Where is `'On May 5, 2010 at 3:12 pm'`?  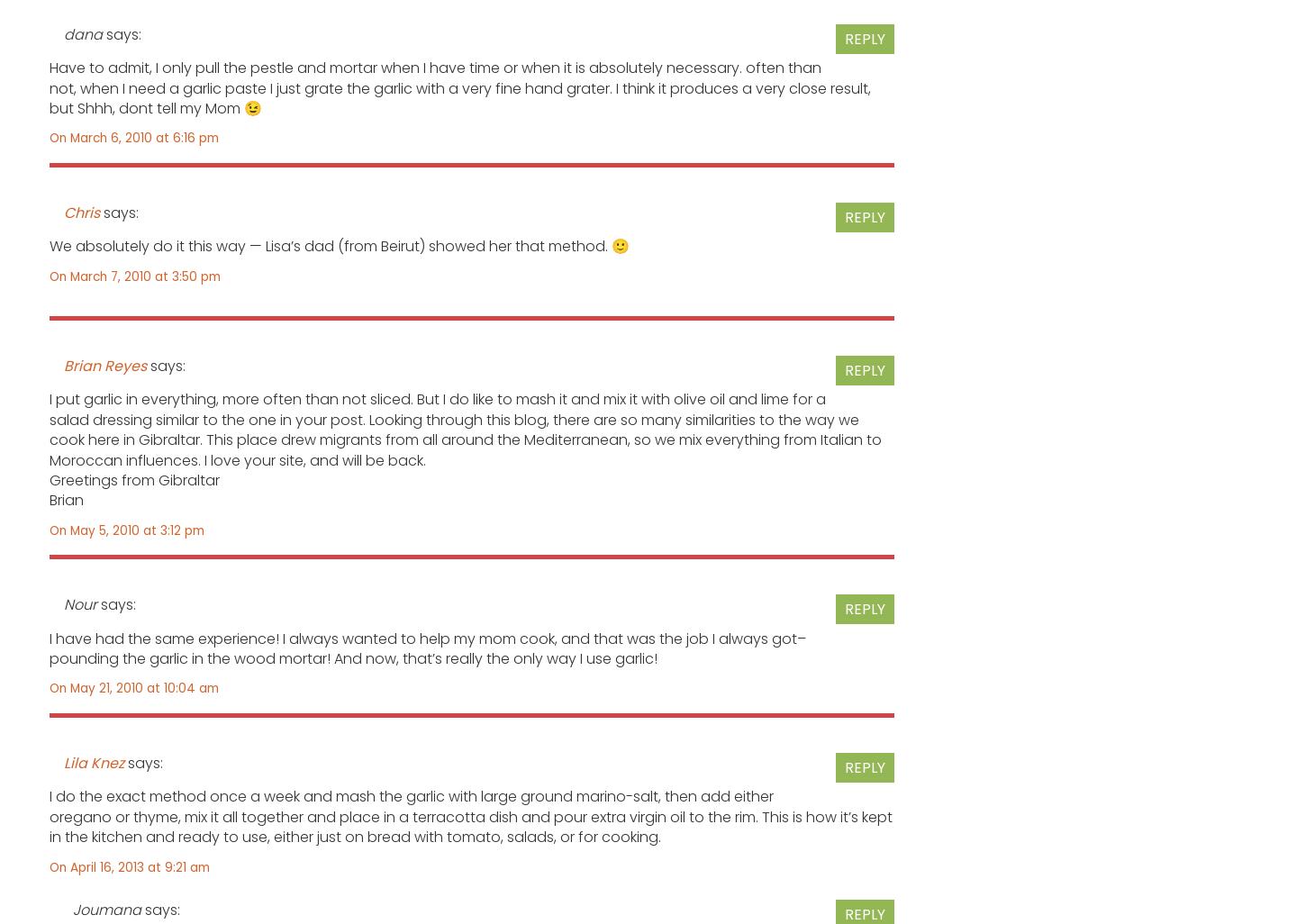
'On May 5, 2010 at 3:12 pm' is located at coordinates (125, 529).